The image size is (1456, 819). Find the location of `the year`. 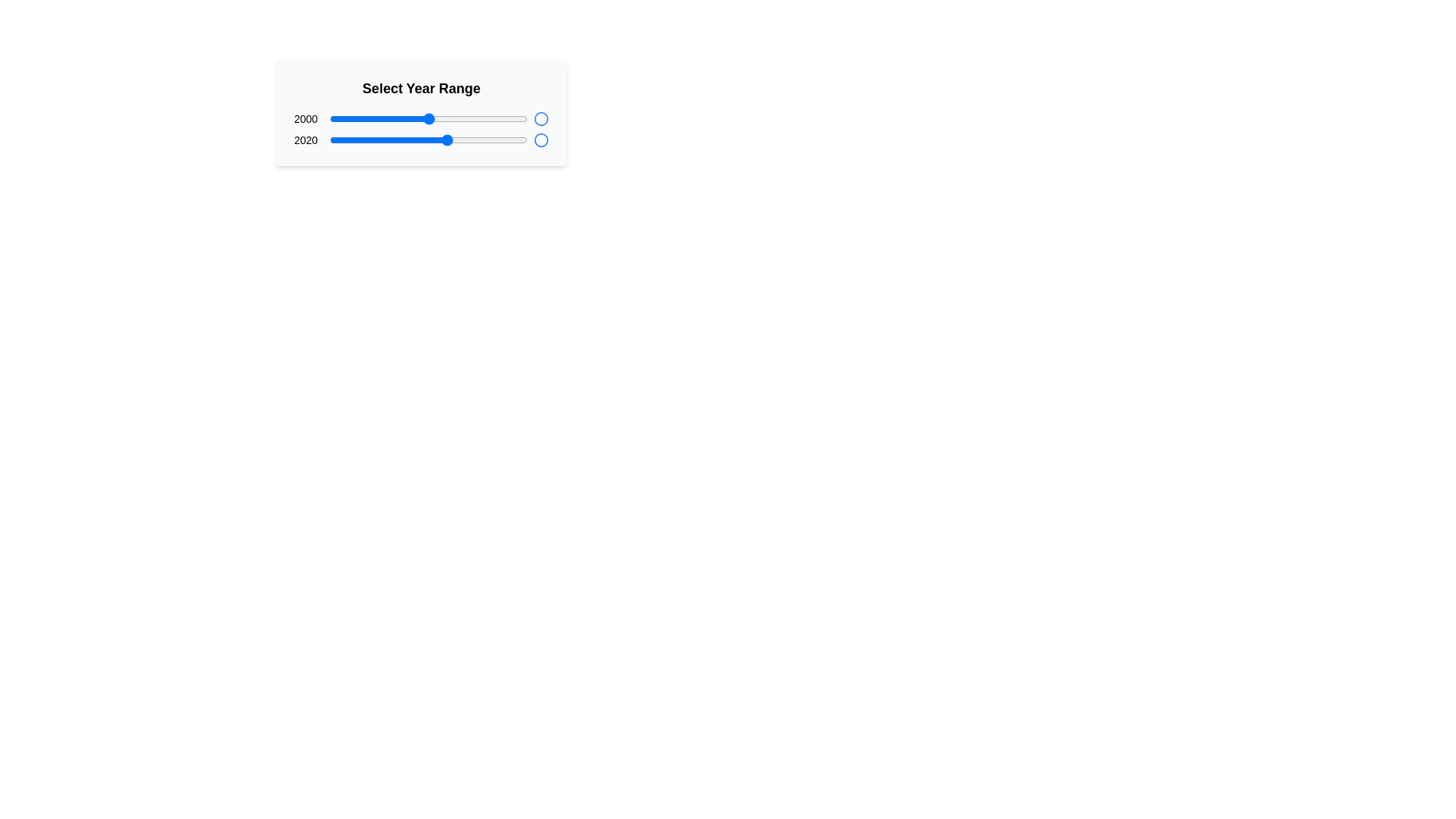

the year is located at coordinates (362, 118).